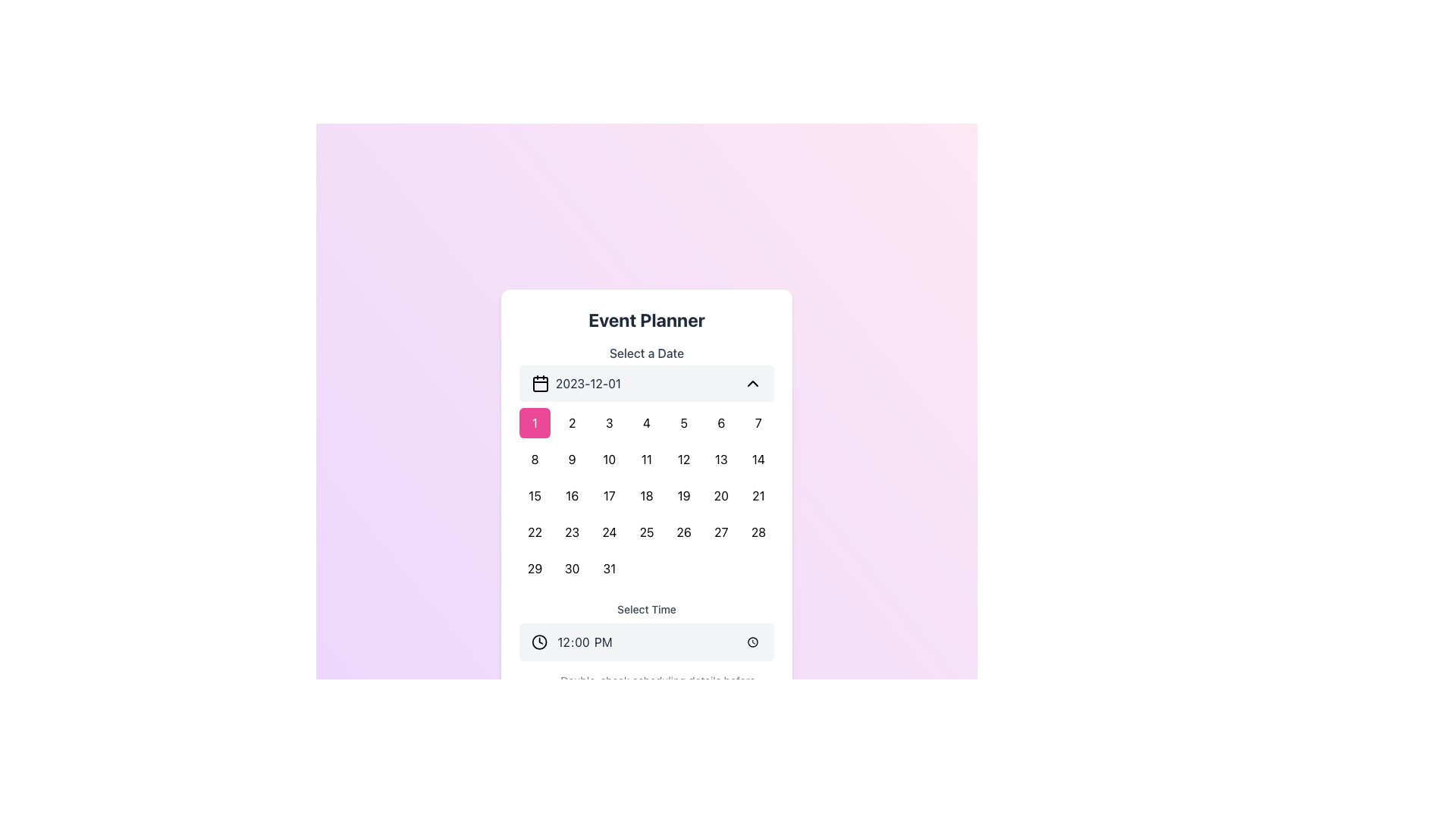 Image resolution: width=1456 pixels, height=819 pixels. What do you see at coordinates (571, 532) in the screenshot?
I see `the rounded rectangular button labeled '23' in the Event Planner calendar grid` at bounding box center [571, 532].